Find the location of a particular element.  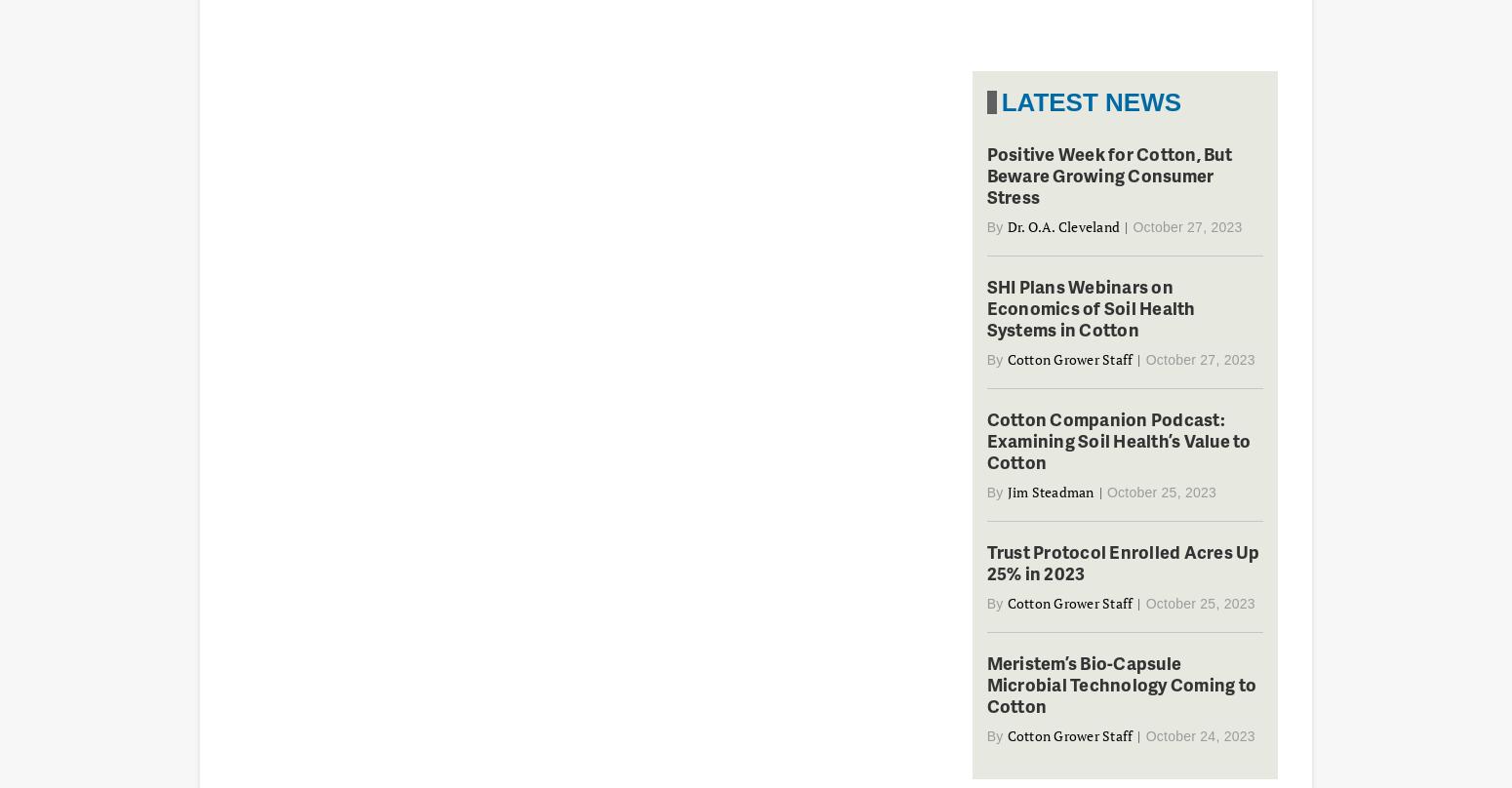

'Meristem’s Bio-Capsule Microbial Technology Coming to Cotton' is located at coordinates (1120, 684).